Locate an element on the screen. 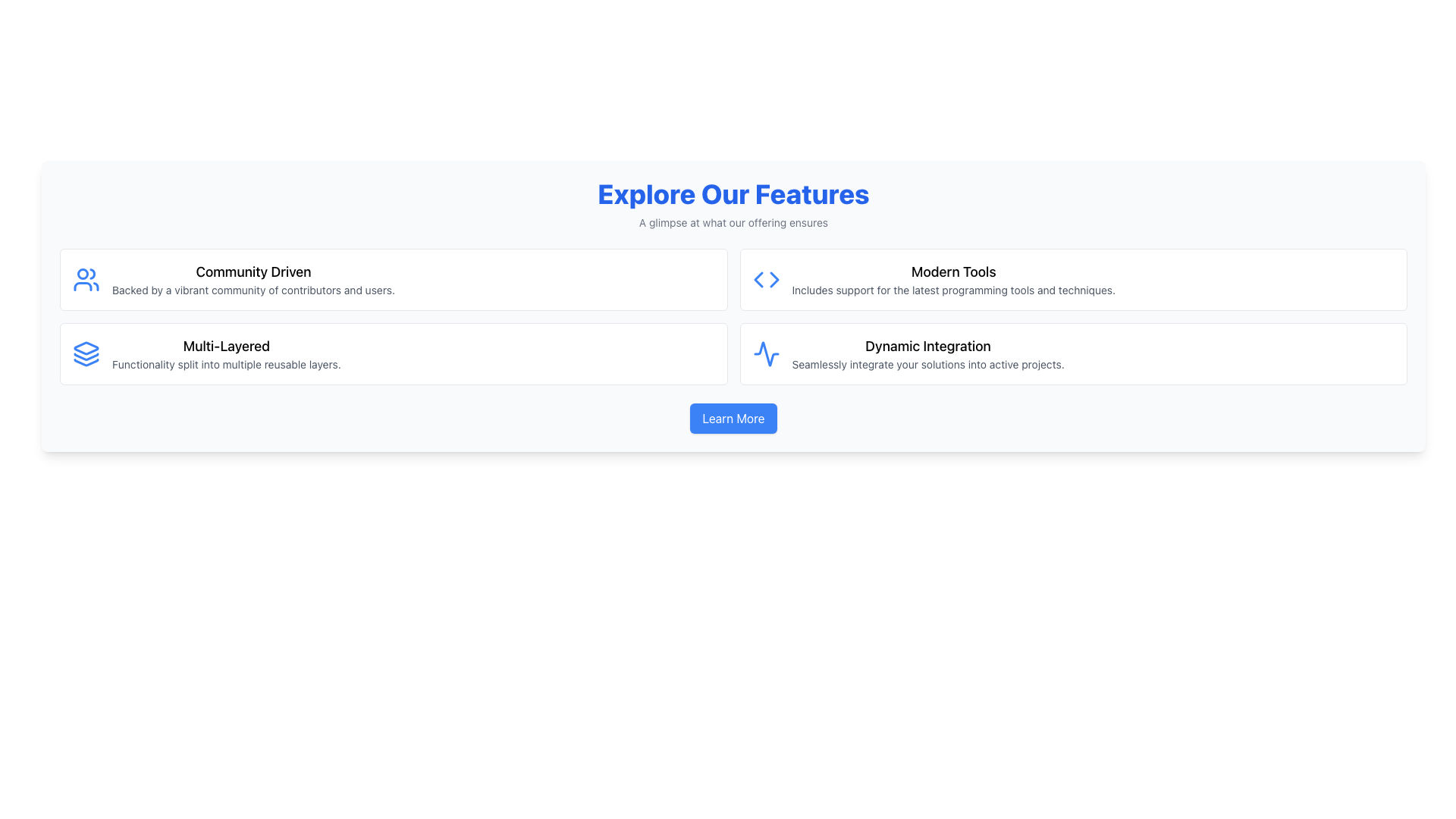 Image resolution: width=1456 pixels, height=819 pixels. information from the Textual description component located in the upper right quadrant of the interface, specifically in the second column of the features grid, to the right of the 'Community Driven' section and above the 'Dynamic Integration' section is located at coordinates (952, 280).